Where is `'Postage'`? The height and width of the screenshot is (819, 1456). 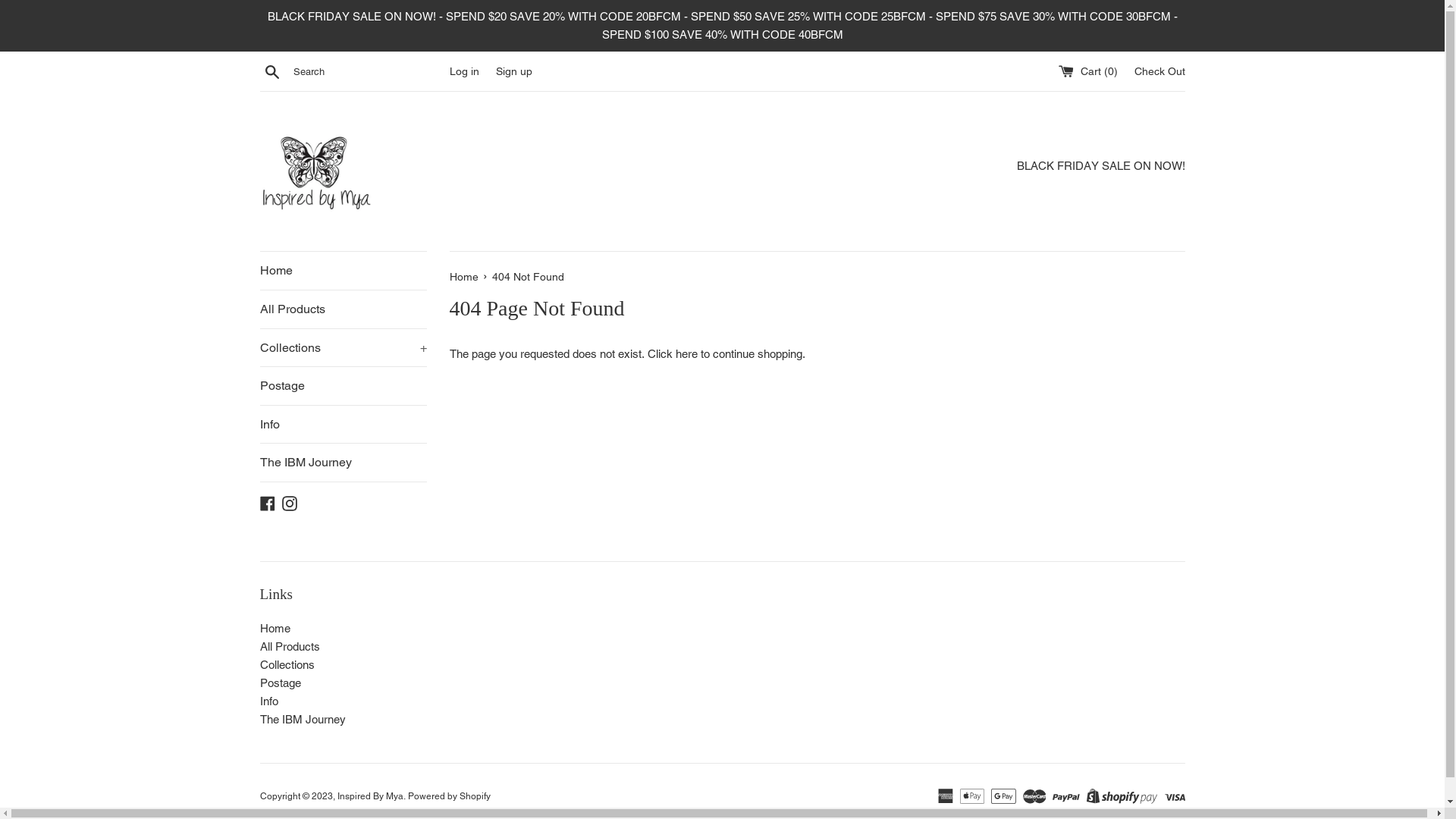 'Postage' is located at coordinates (341, 385).